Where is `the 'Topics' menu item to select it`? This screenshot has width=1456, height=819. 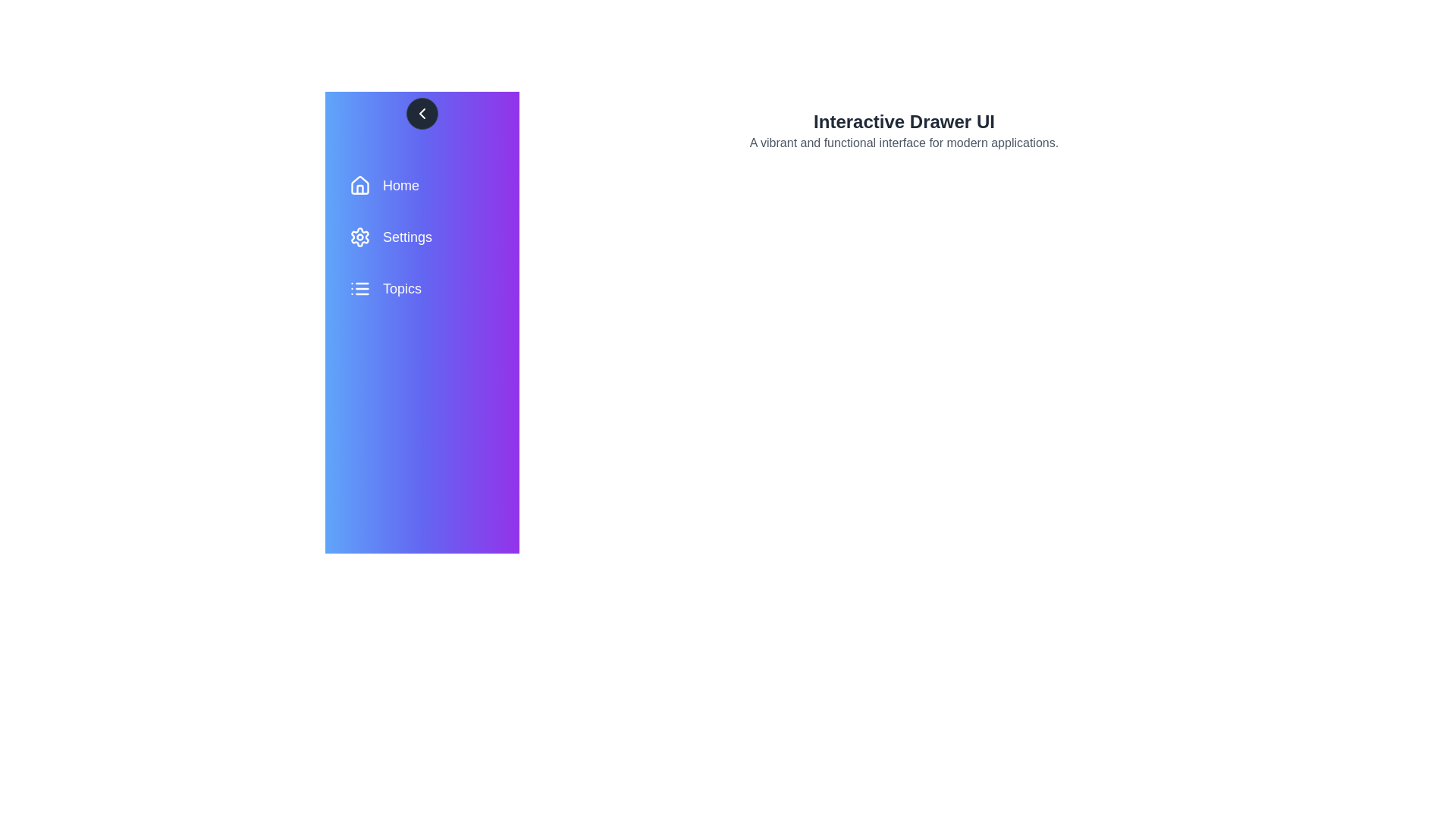
the 'Topics' menu item to select it is located at coordinates (422, 289).